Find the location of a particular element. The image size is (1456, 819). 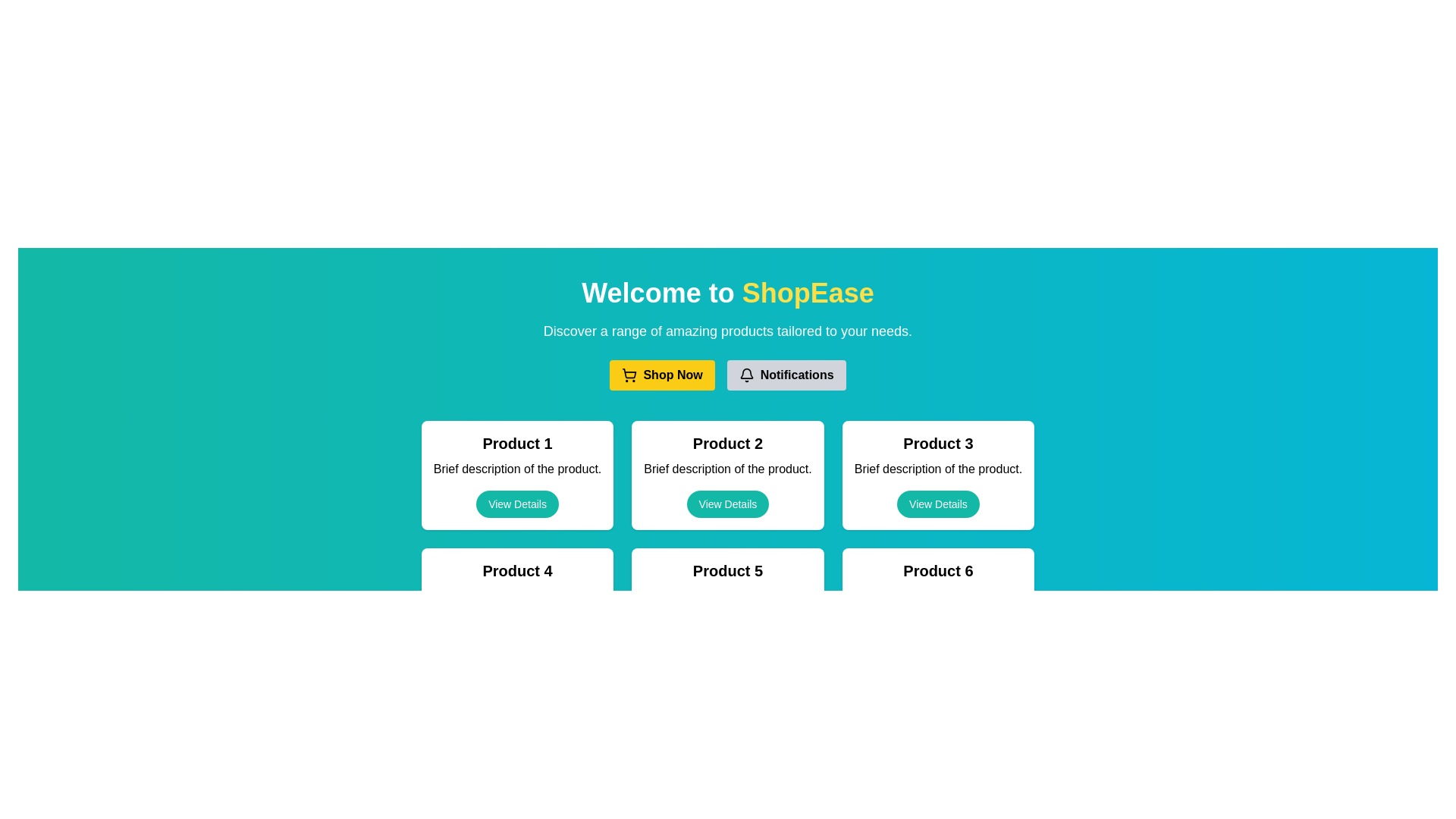

the text display that provides a brief description of Product 3, positioned below the title 'Product 3' and above the 'View Details' button is located at coordinates (937, 468).